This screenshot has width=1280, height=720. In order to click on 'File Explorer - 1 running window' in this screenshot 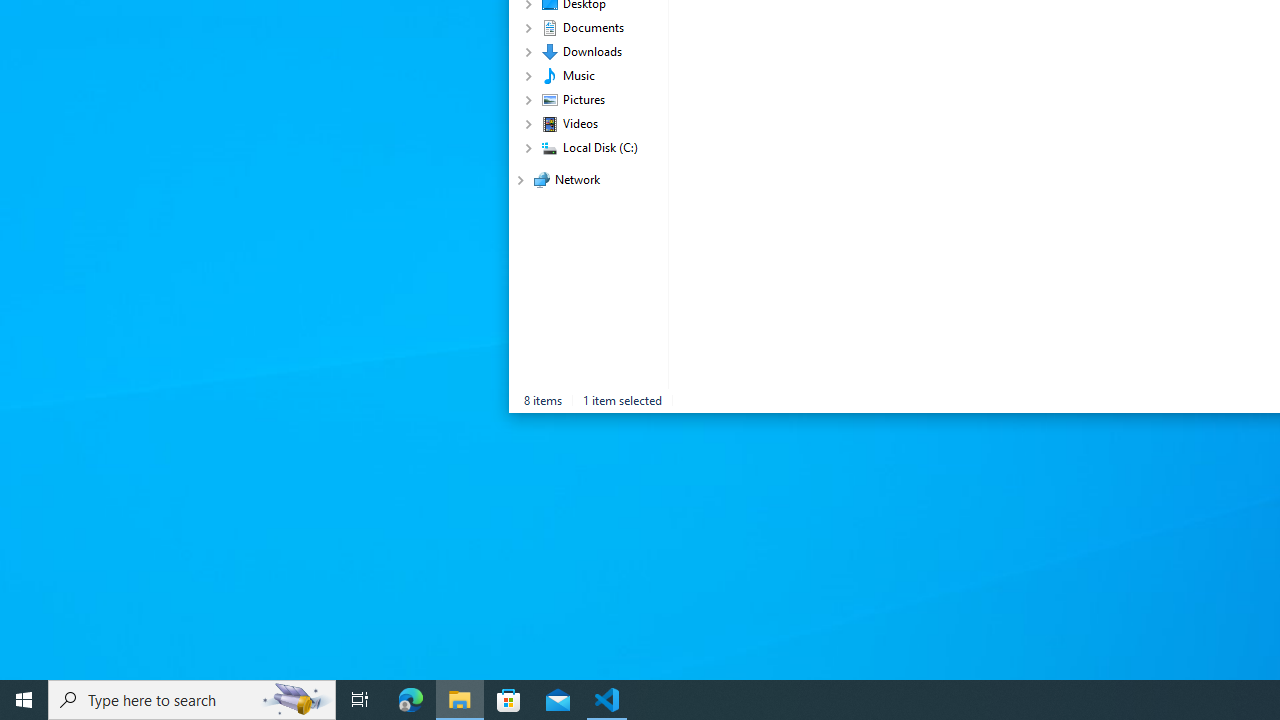, I will do `click(459, 698)`.